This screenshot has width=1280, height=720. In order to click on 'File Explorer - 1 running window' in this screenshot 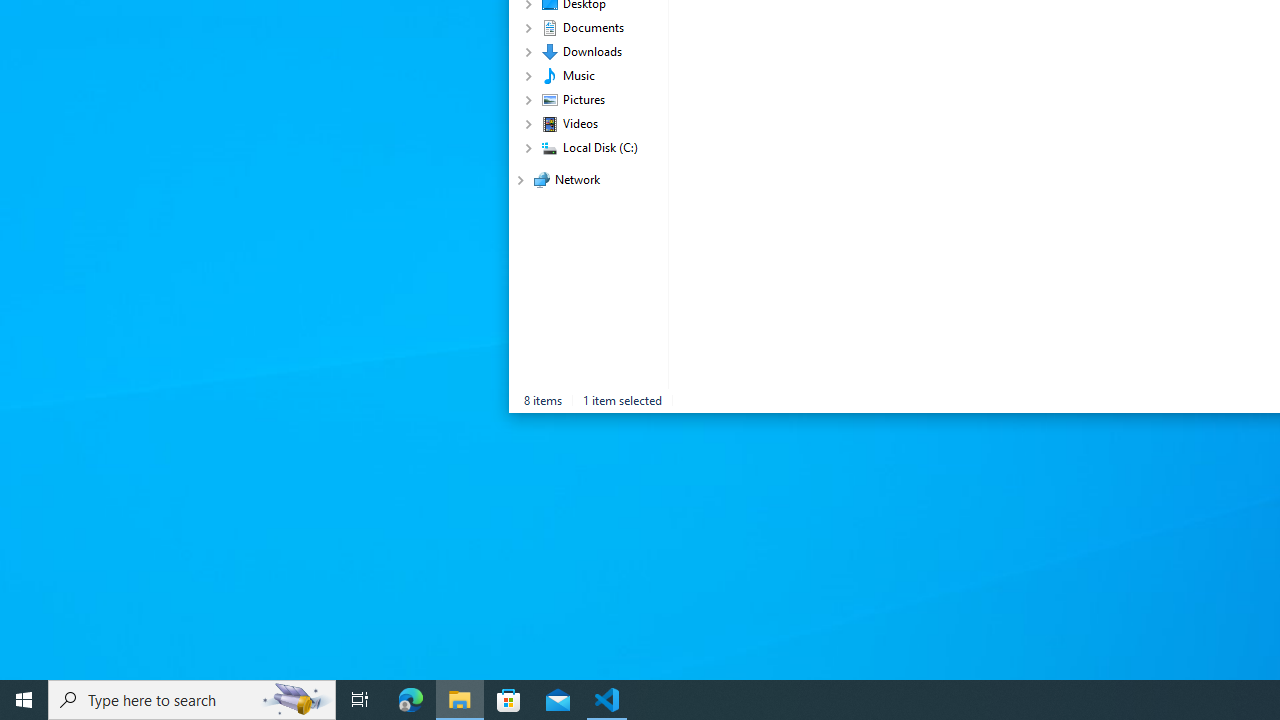, I will do `click(459, 698)`.